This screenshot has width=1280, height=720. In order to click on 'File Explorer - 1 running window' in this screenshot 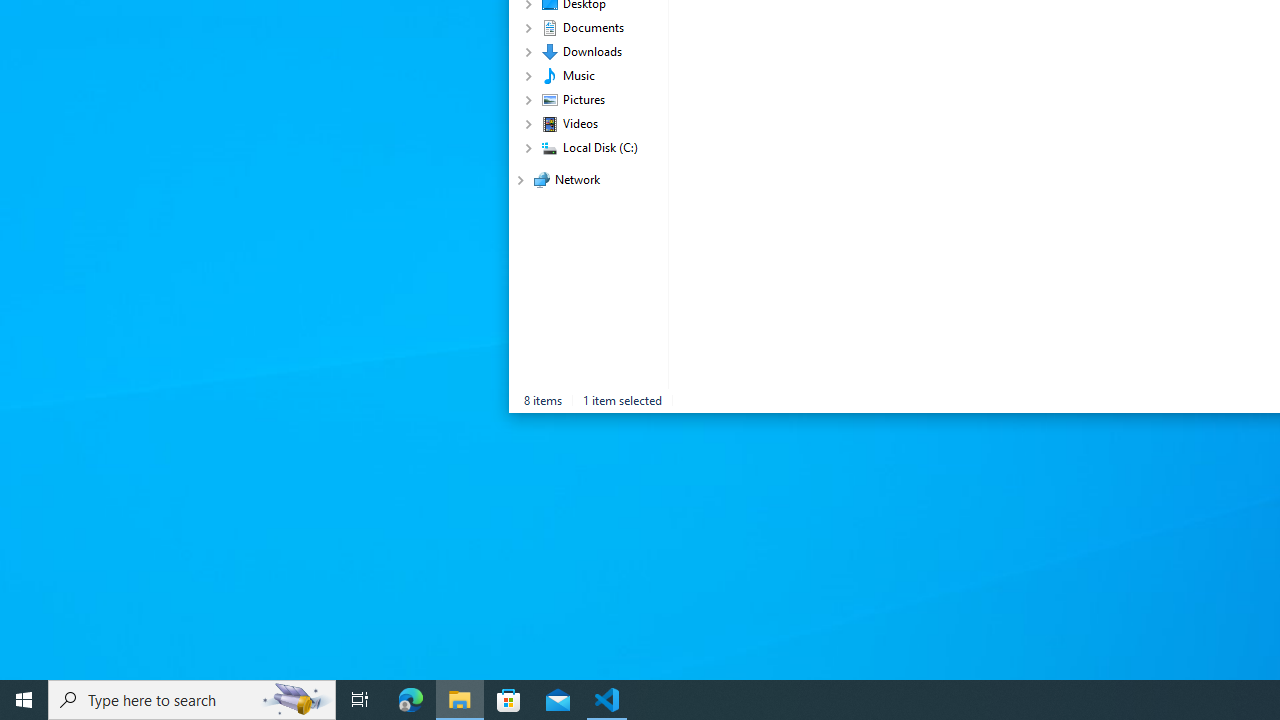, I will do `click(459, 698)`.